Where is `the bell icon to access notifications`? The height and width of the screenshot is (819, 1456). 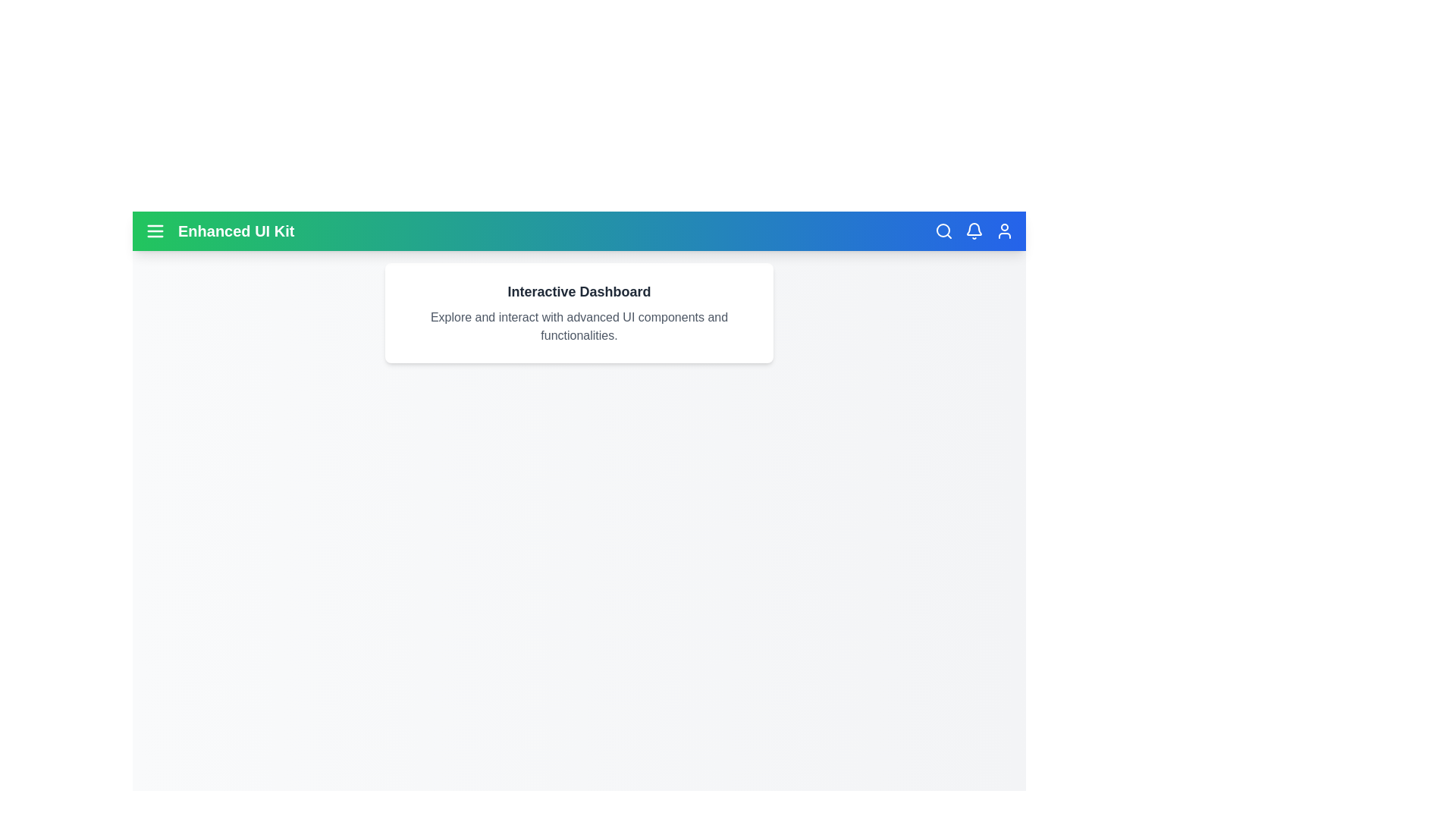 the bell icon to access notifications is located at coordinates (974, 231).